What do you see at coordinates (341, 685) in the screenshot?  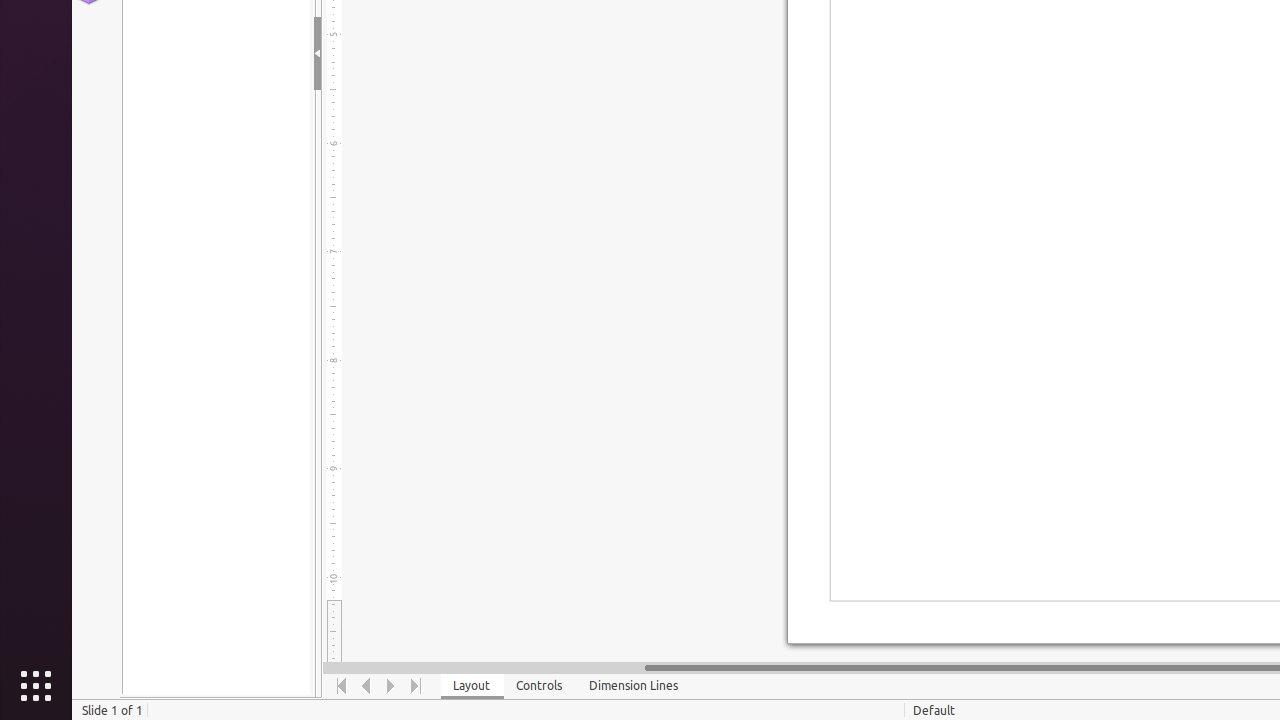 I see `'Move To Home'` at bounding box center [341, 685].